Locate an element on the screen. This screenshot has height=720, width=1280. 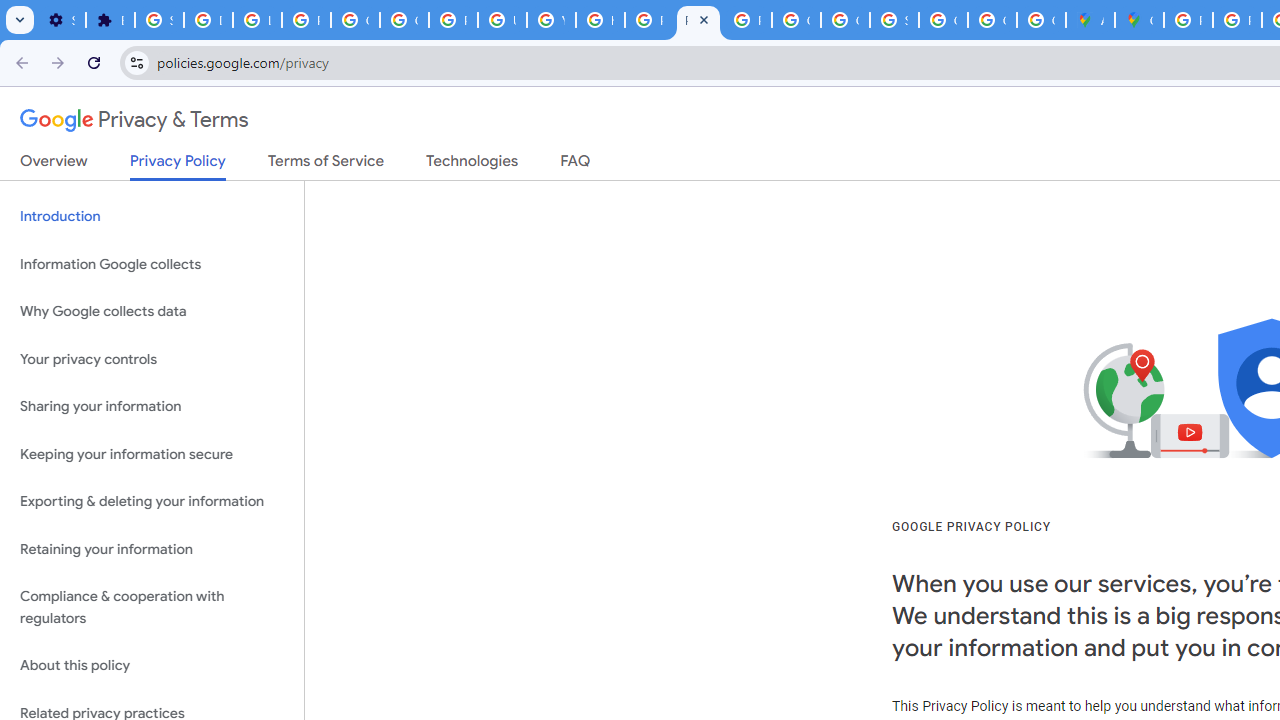
'Your privacy controls' is located at coordinates (151, 358).